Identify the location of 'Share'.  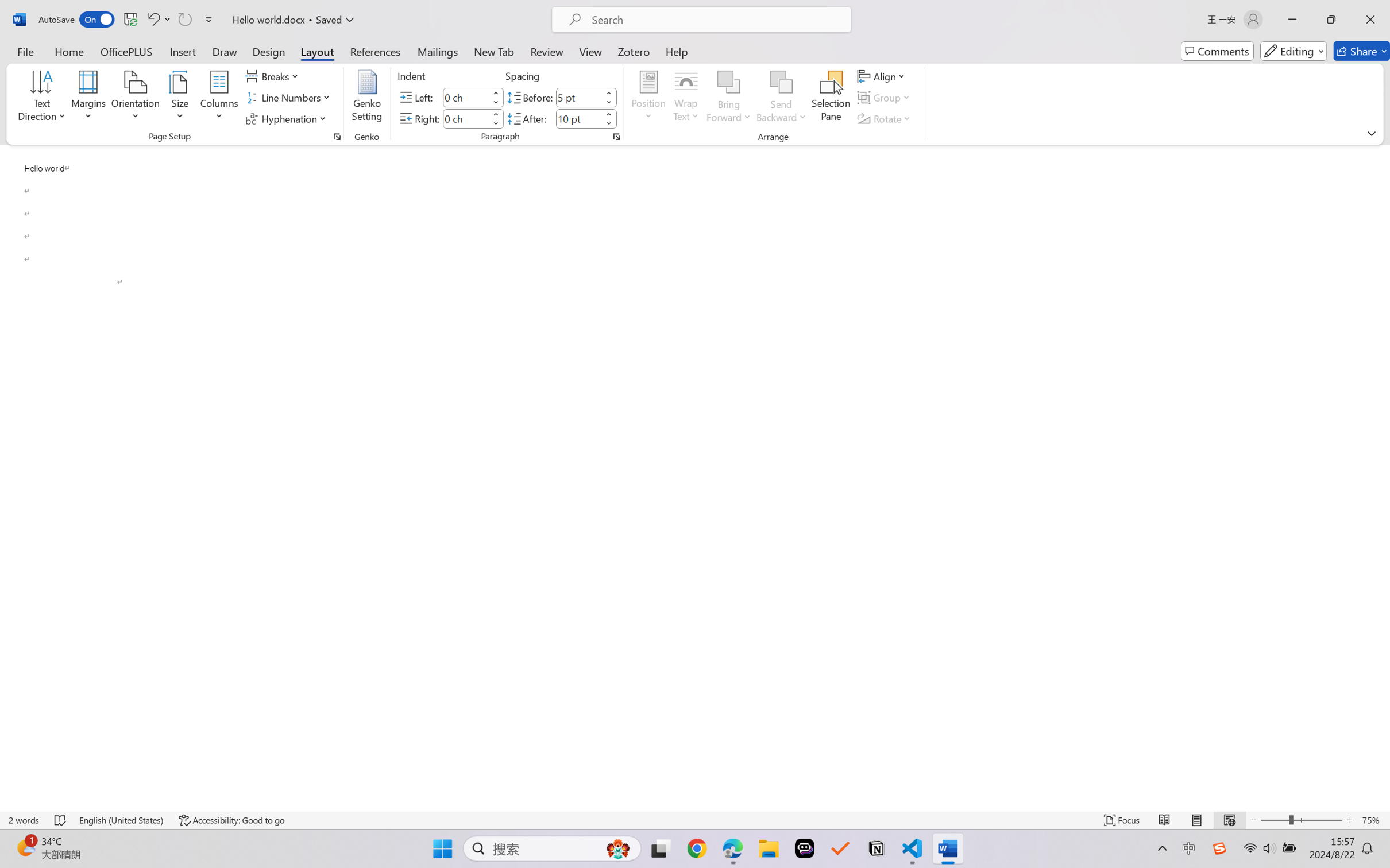
(1361, 51).